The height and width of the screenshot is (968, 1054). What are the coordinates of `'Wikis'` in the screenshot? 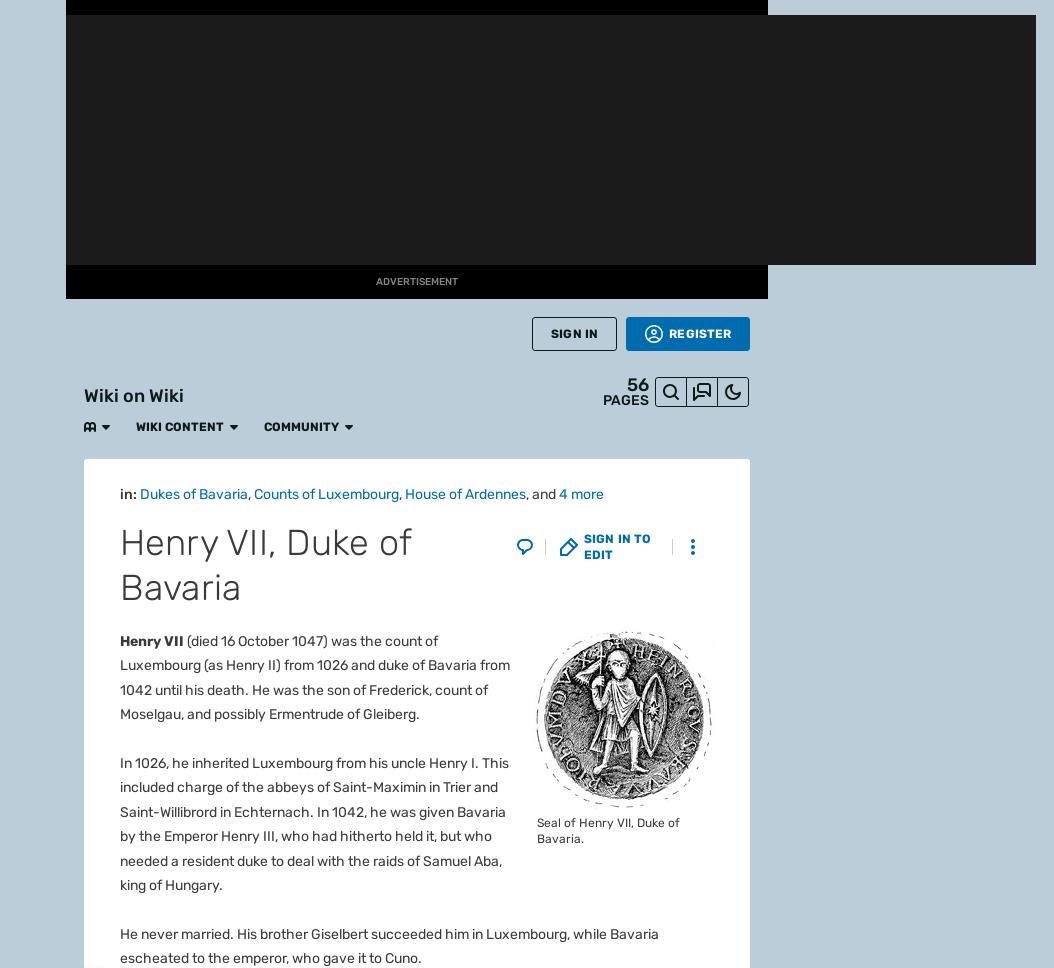 It's located at (18, 643).